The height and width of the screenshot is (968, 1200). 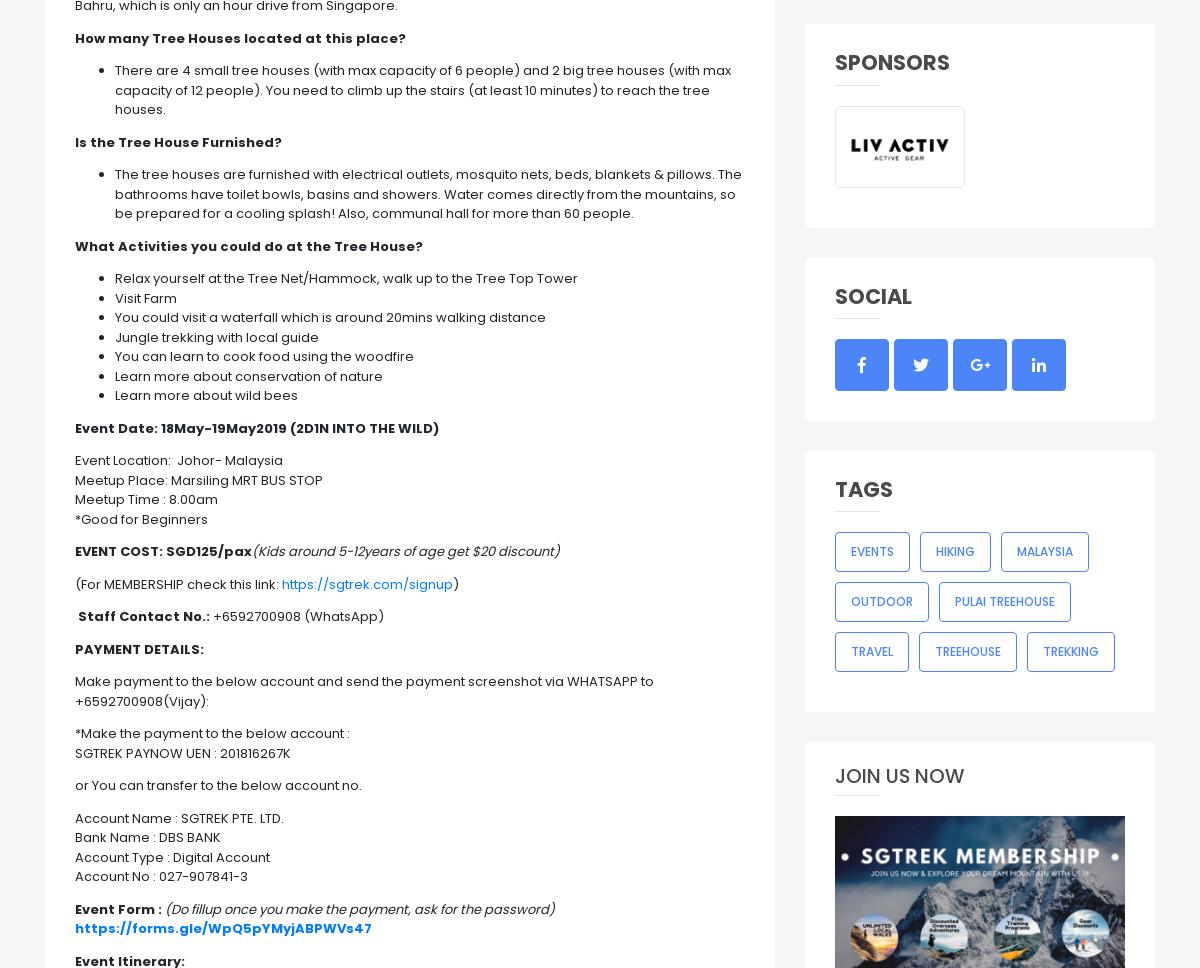 I want to click on 'SGD125/pax', so click(x=161, y=550).